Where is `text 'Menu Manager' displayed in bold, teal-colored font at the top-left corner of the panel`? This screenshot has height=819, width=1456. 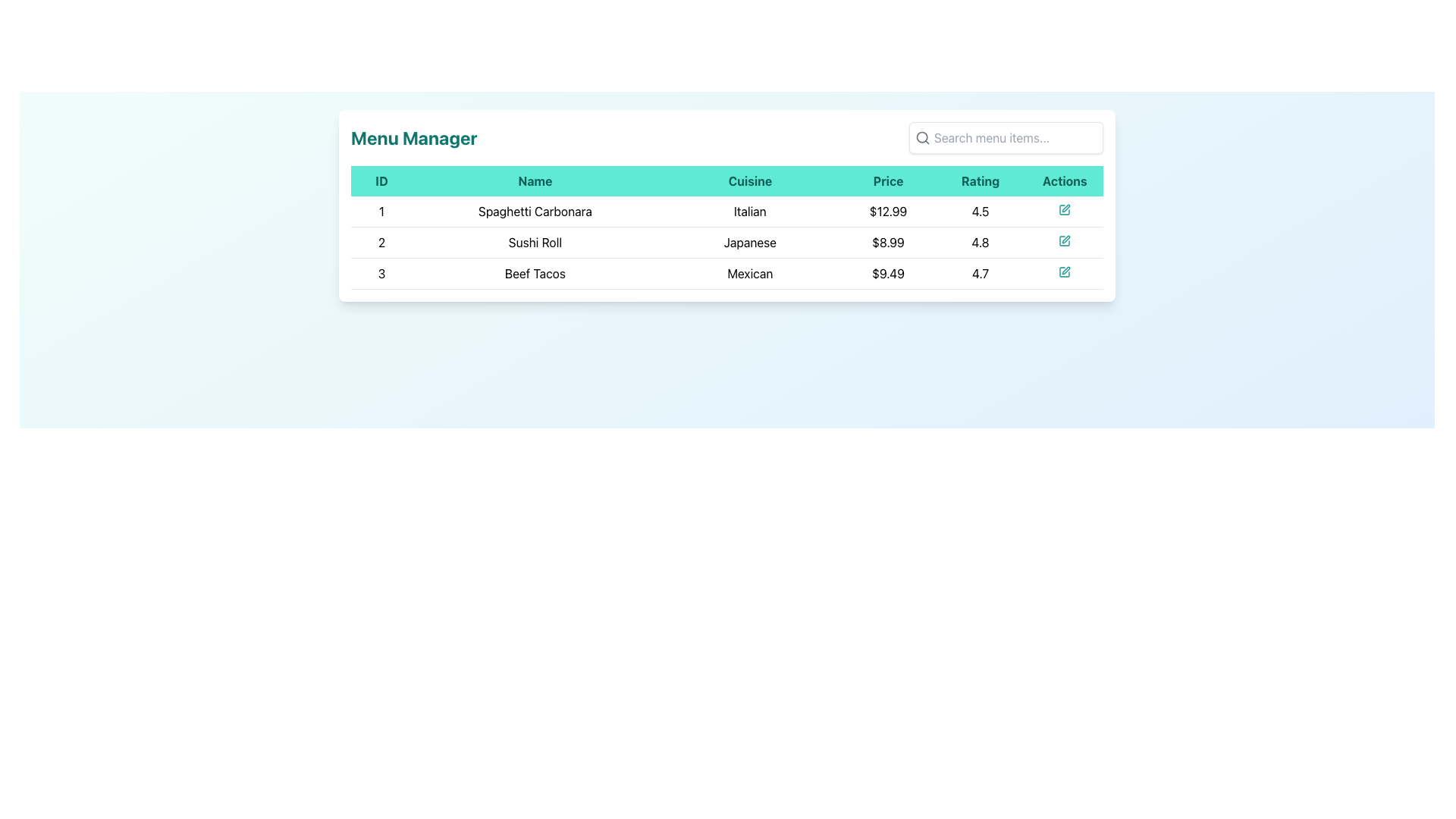 text 'Menu Manager' displayed in bold, teal-colored font at the top-left corner of the panel is located at coordinates (414, 137).